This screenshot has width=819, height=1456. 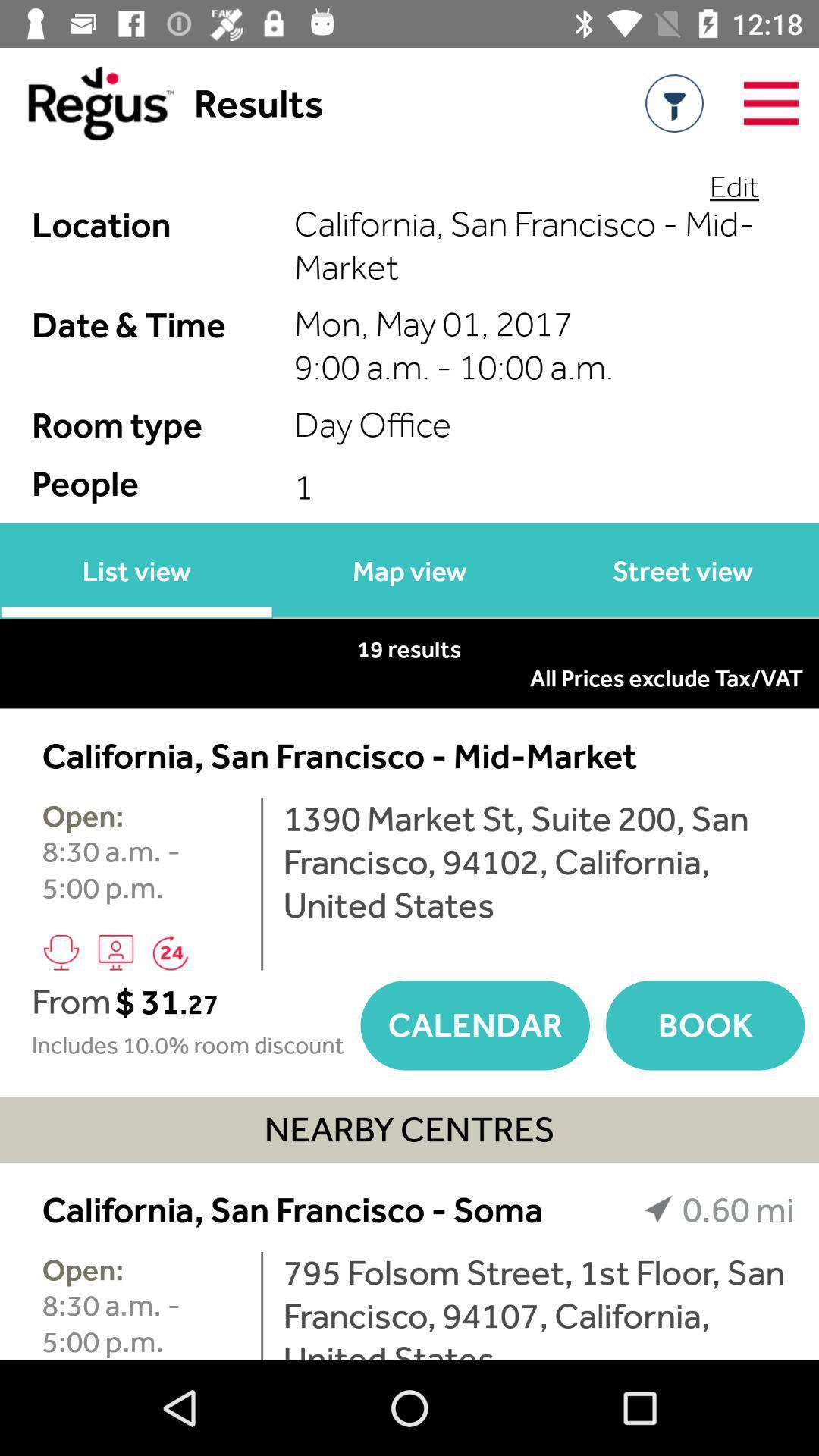 What do you see at coordinates (261, 1305) in the screenshot?
I see `the item below the california san francisco` at bounding box center [261, 1305].